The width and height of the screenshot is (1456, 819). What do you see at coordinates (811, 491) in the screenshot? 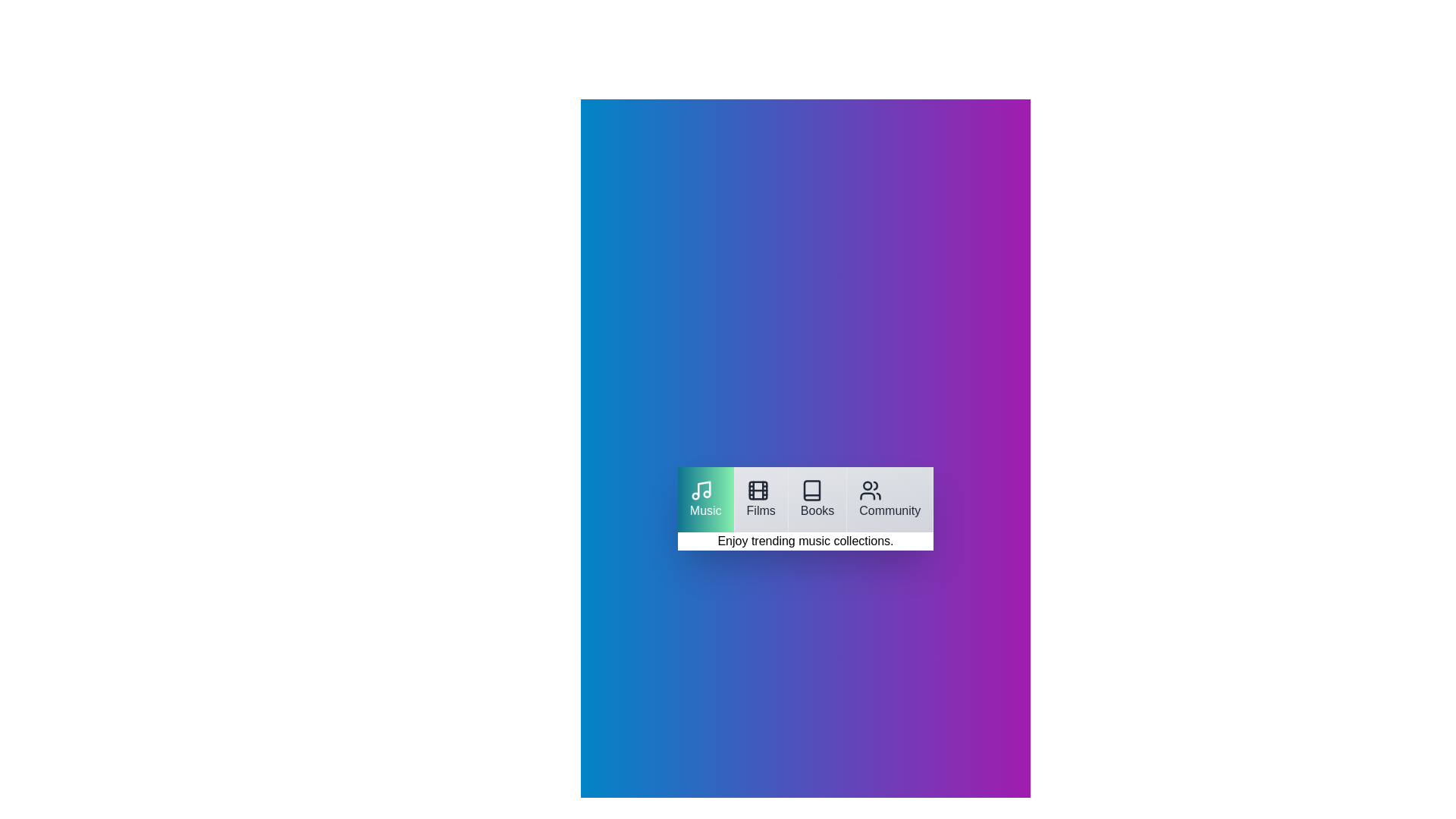
I see `the stylized gray book icon in the horizontal menu bar` at bounding box center [811, 491].